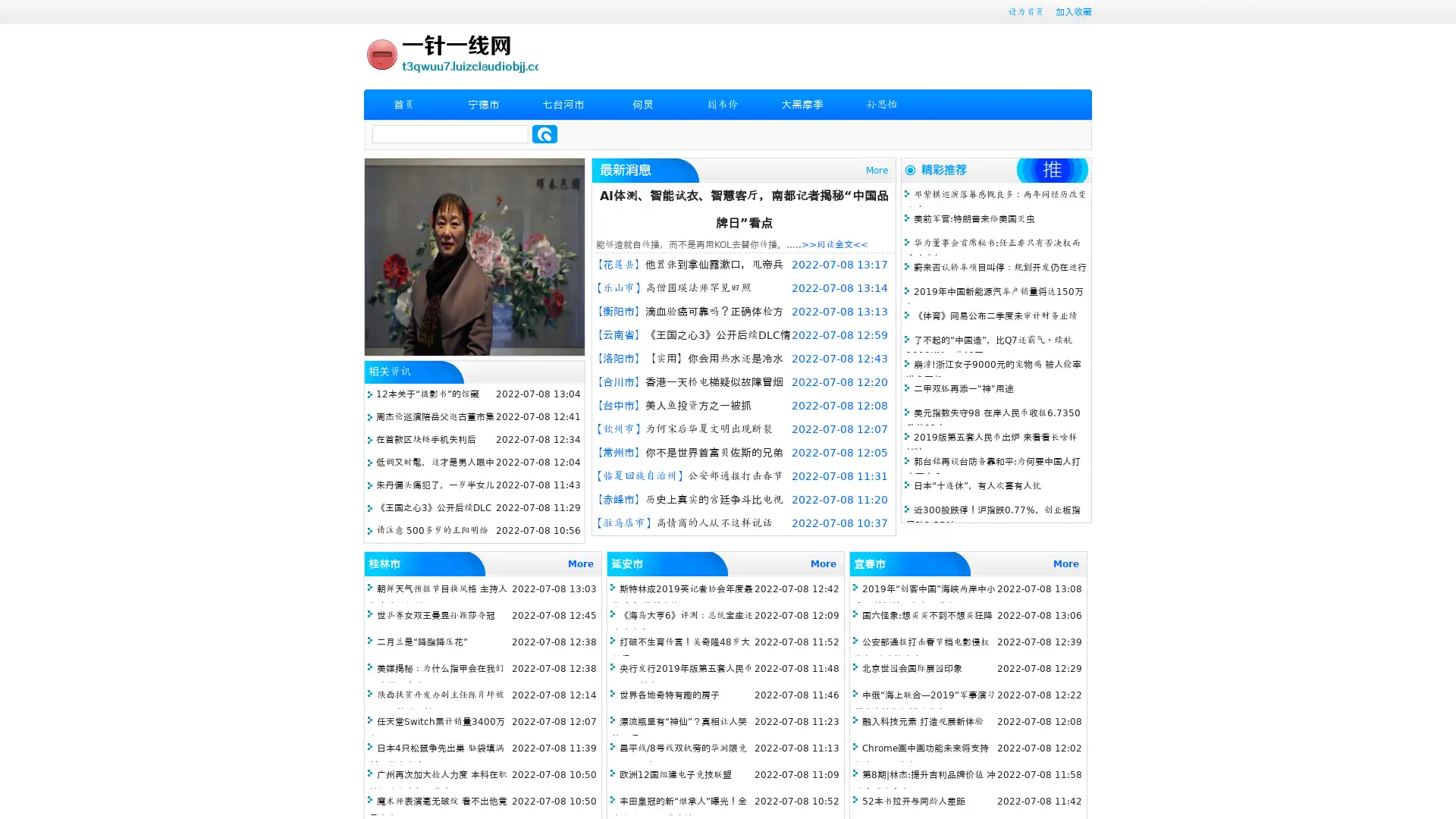 This screenshot has height=819, width=1456. Describe the element at coordinates (544, 133) in the screenshot. I see `Search` at that location.